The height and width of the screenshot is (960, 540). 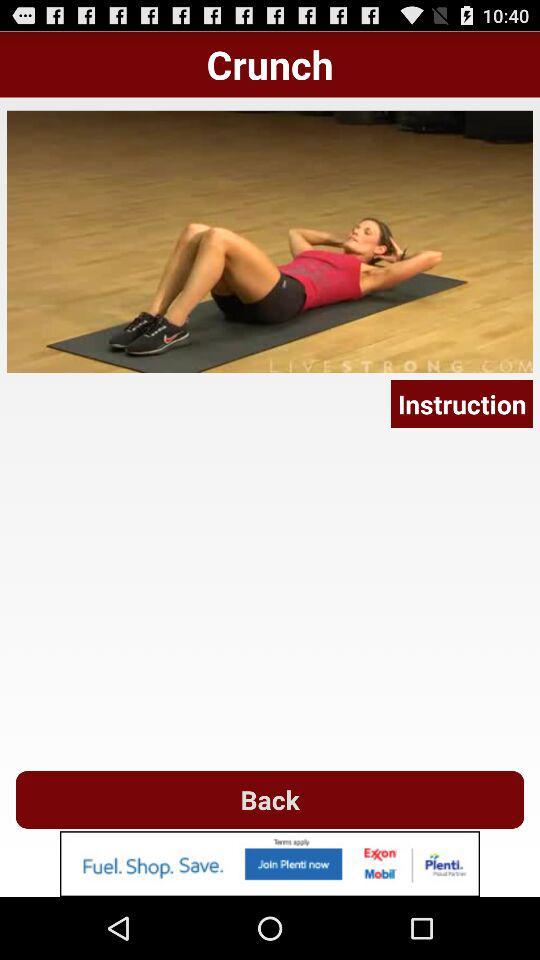 I want to click on launch advertisement, so click(x=270, y=863).